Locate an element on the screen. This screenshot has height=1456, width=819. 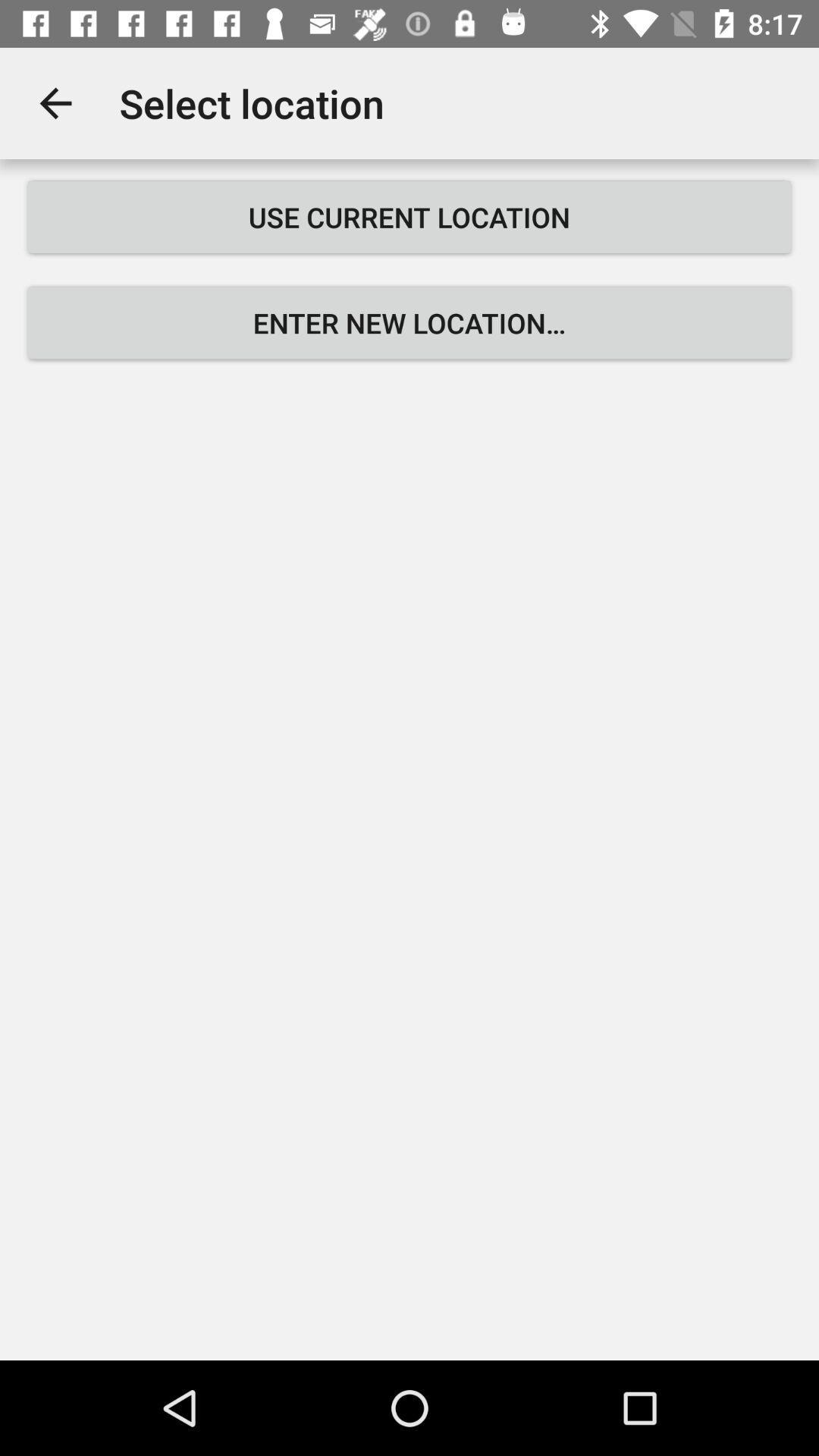
the item to the left of select location is located at coordinates (55, 102).